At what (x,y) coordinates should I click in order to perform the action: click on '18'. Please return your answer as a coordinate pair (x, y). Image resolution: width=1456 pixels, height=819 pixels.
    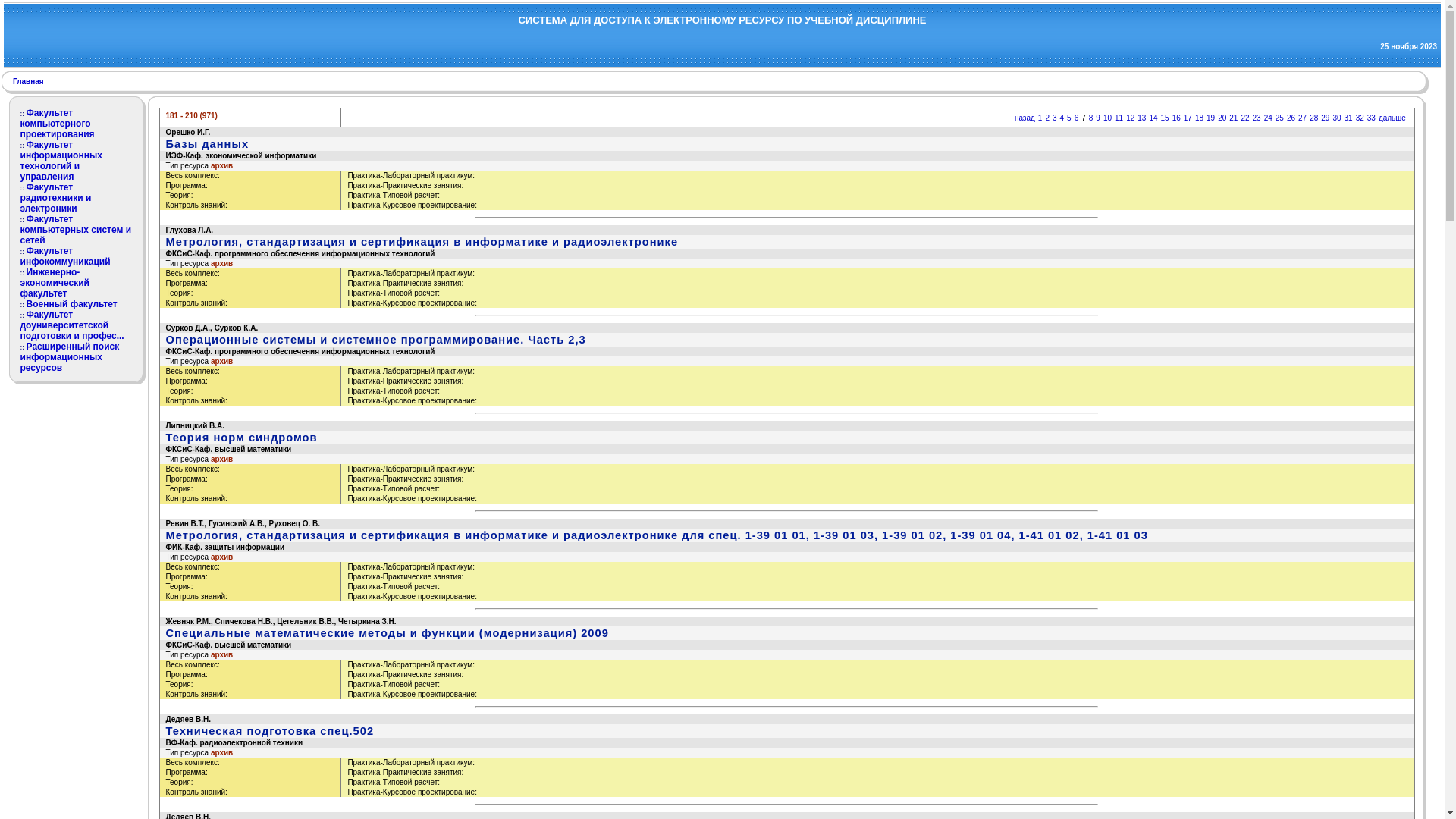
    Looking at the image, I should click on (1198, 117).